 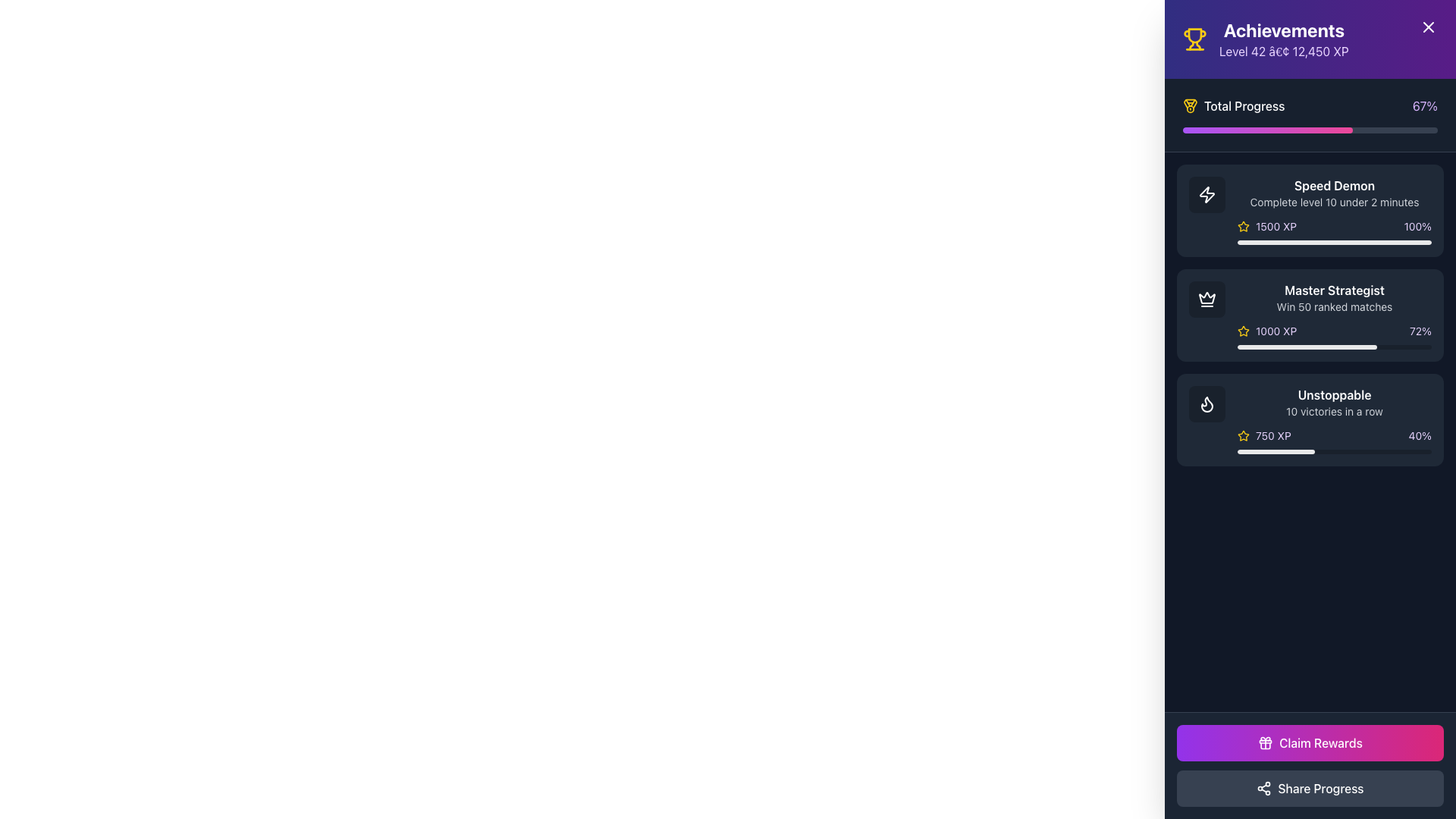 What do you see at coordinates (1310, 38) in the screenshot?
I see `the Header element that has a purple background, a trophy icon on the left, and displays 'Achievements' in bold white font with a secondary line showing 'Level 42 • 12,450 XP'` at bounding box center [1310, 38].